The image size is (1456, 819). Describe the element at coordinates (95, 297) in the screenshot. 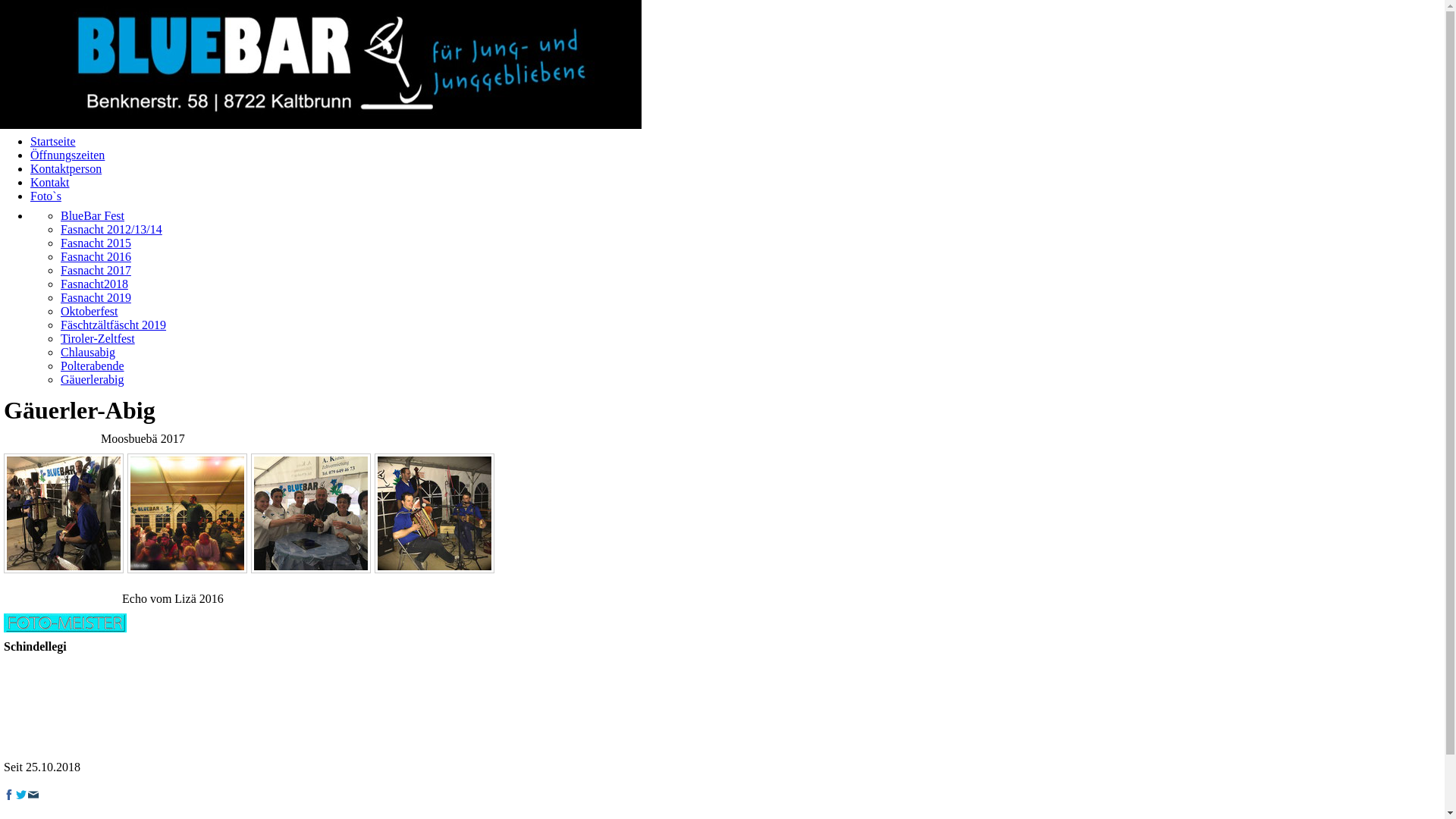

I see `'Fasnacht 2019'` at that location.